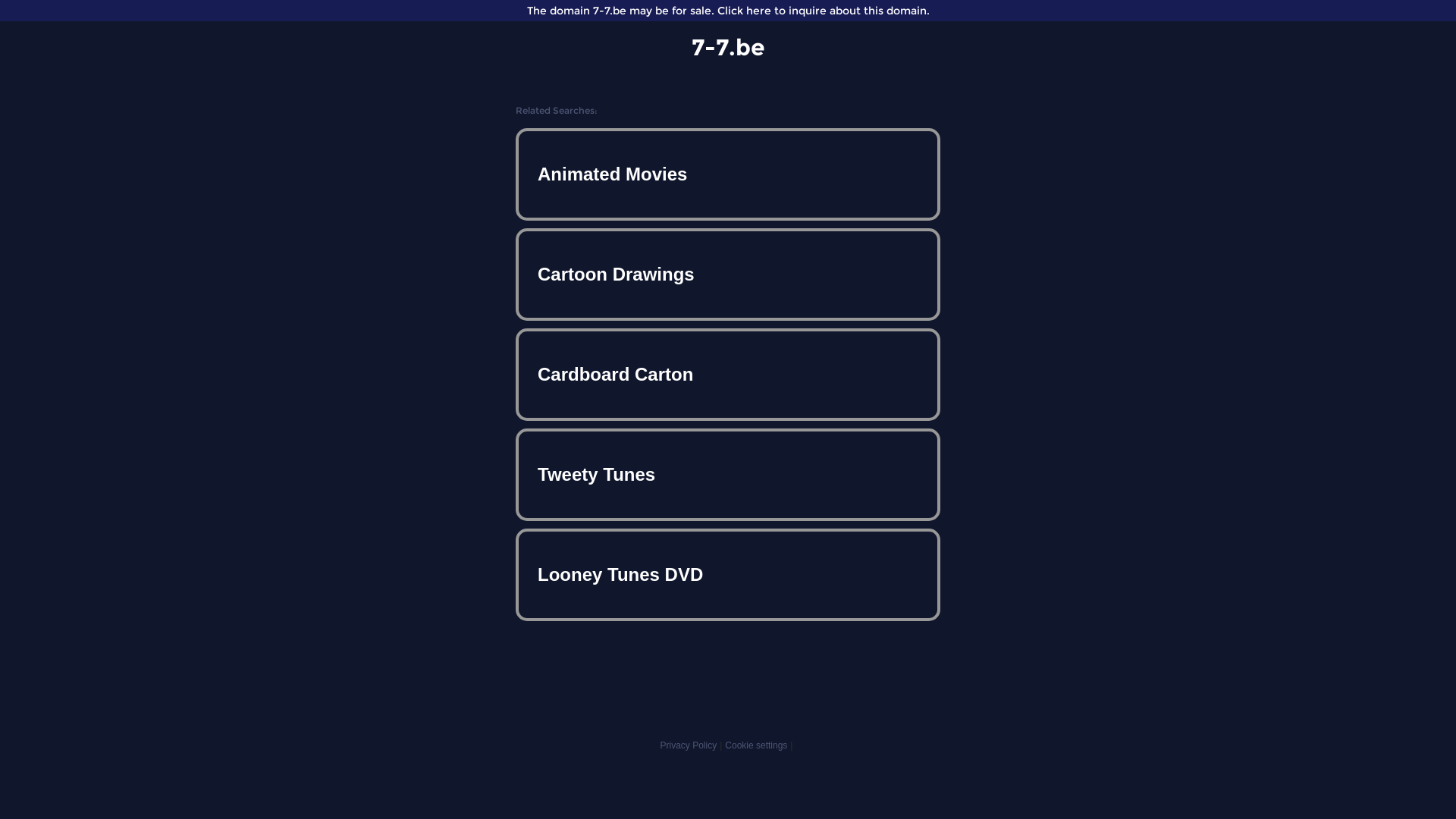 This screenshot has height=819, width=1456. I want to click on 'Cartoon Drawings', so click(519, 275).